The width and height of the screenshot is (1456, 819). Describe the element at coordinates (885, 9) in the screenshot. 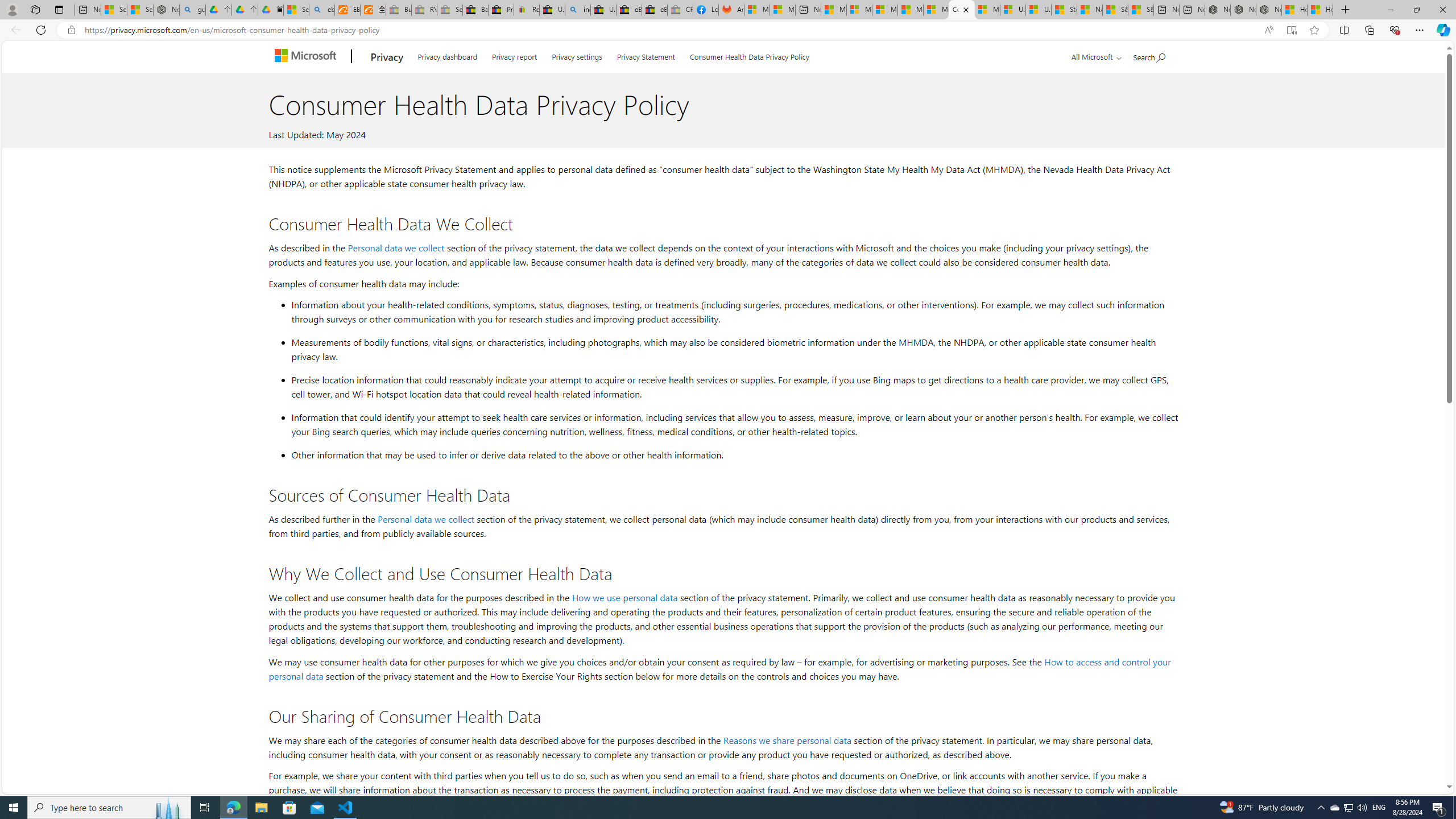

I see `'Microsoft account | Home'` at that location.